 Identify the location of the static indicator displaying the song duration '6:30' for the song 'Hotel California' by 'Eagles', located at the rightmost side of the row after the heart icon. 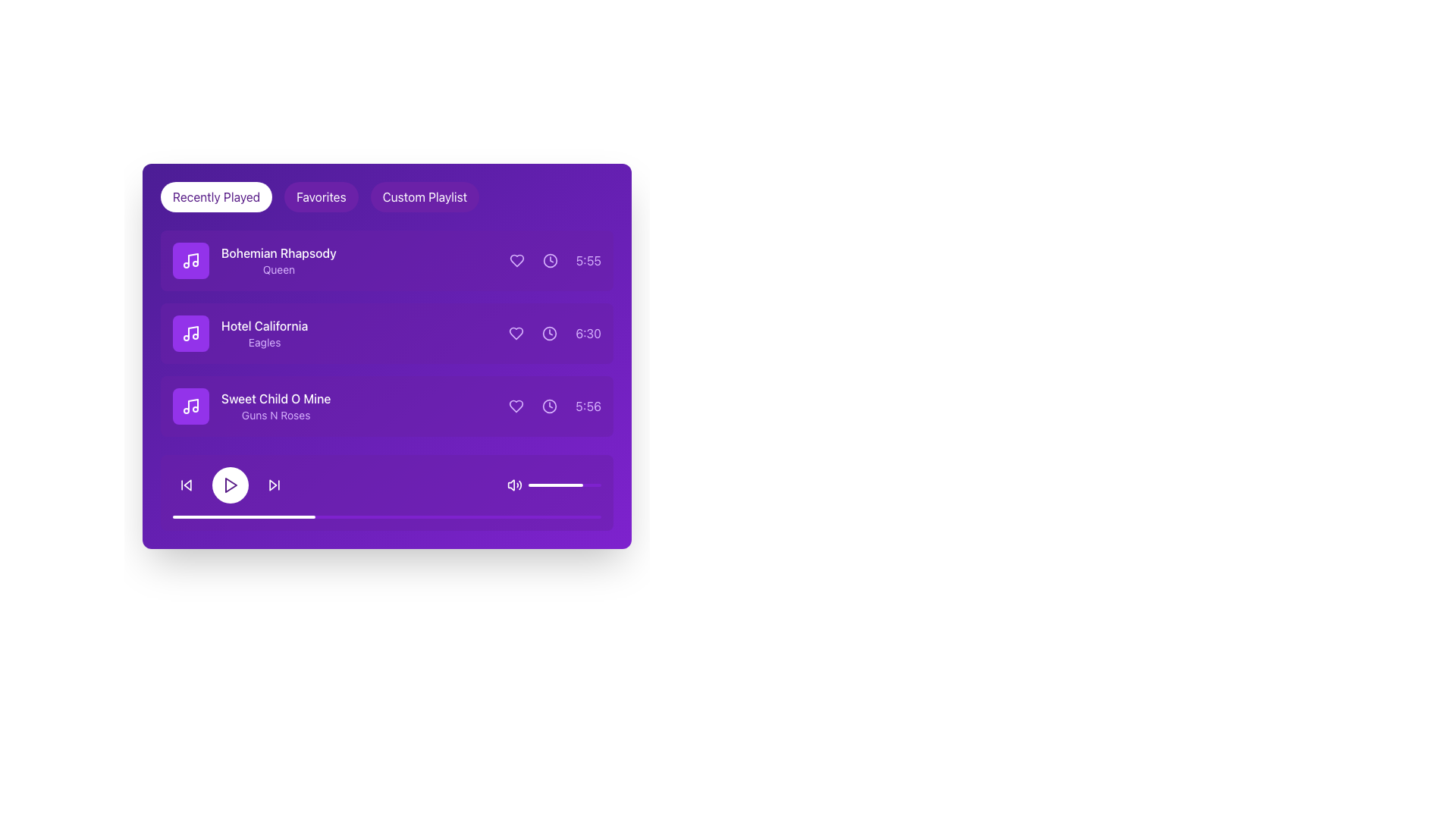
(554, 332).